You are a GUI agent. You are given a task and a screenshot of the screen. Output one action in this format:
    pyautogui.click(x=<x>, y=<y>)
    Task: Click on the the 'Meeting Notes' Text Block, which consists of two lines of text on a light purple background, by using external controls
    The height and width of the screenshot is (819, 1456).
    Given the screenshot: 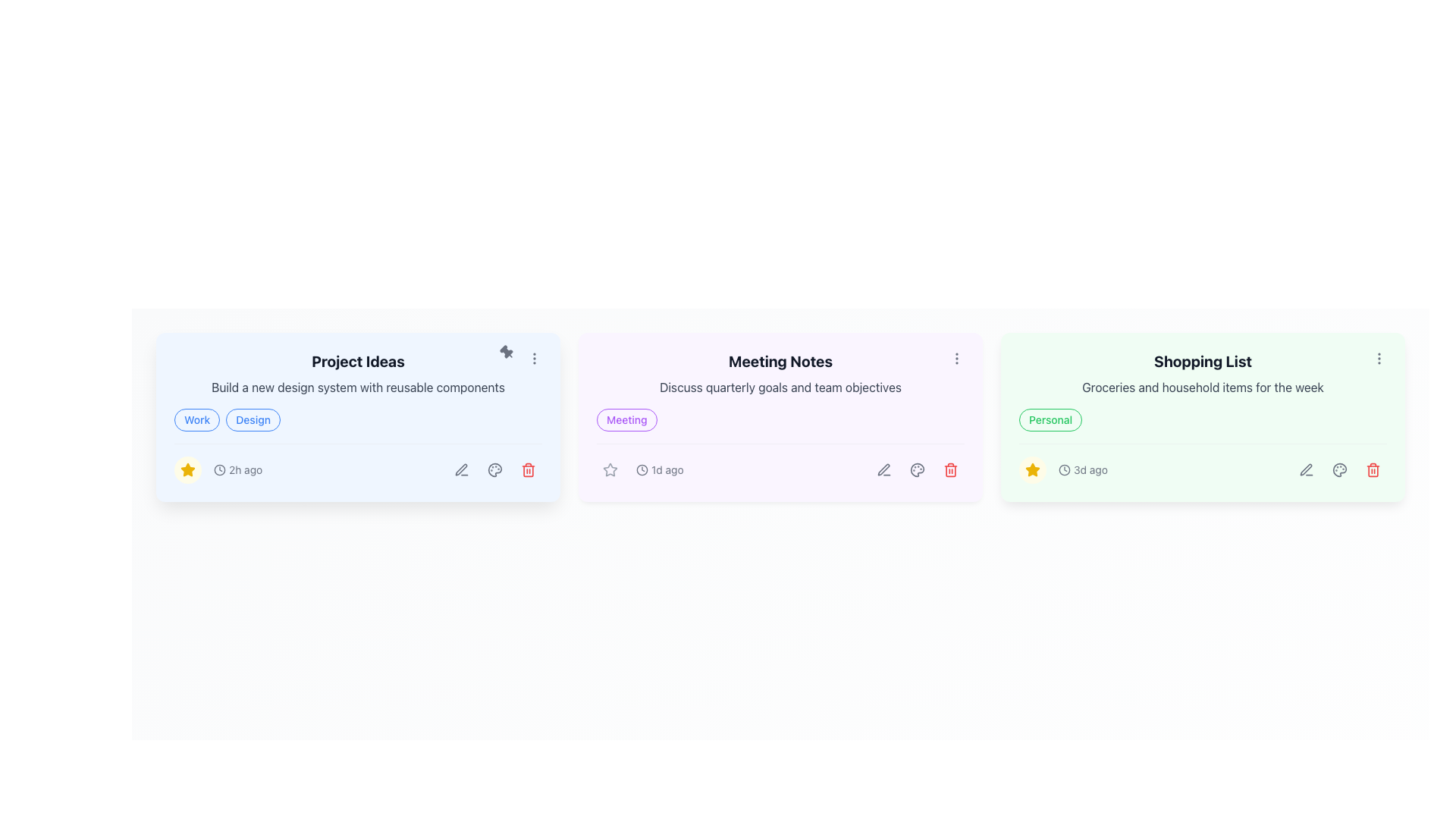 What is the action you would take?
    pyautogui.click(x=780, y=374)
    